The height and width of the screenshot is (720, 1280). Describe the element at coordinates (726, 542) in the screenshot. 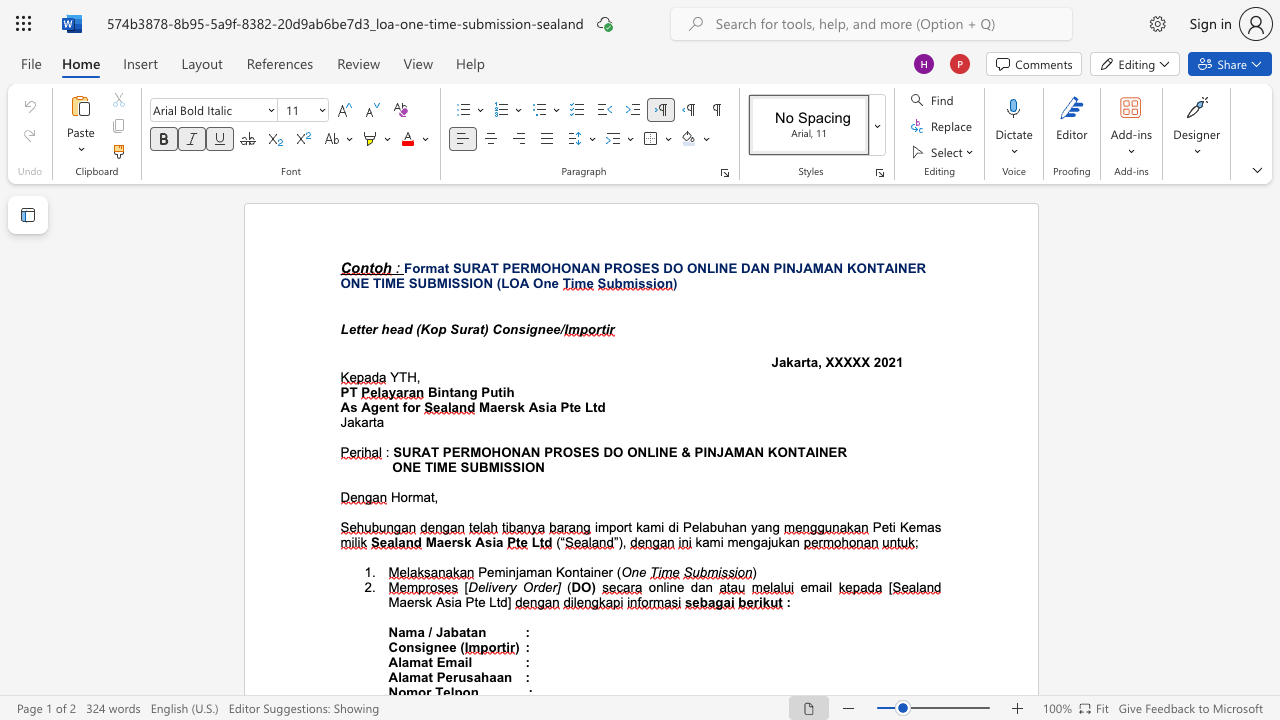

I see `the subset text "men" within the text "mengajukan"` at that location.